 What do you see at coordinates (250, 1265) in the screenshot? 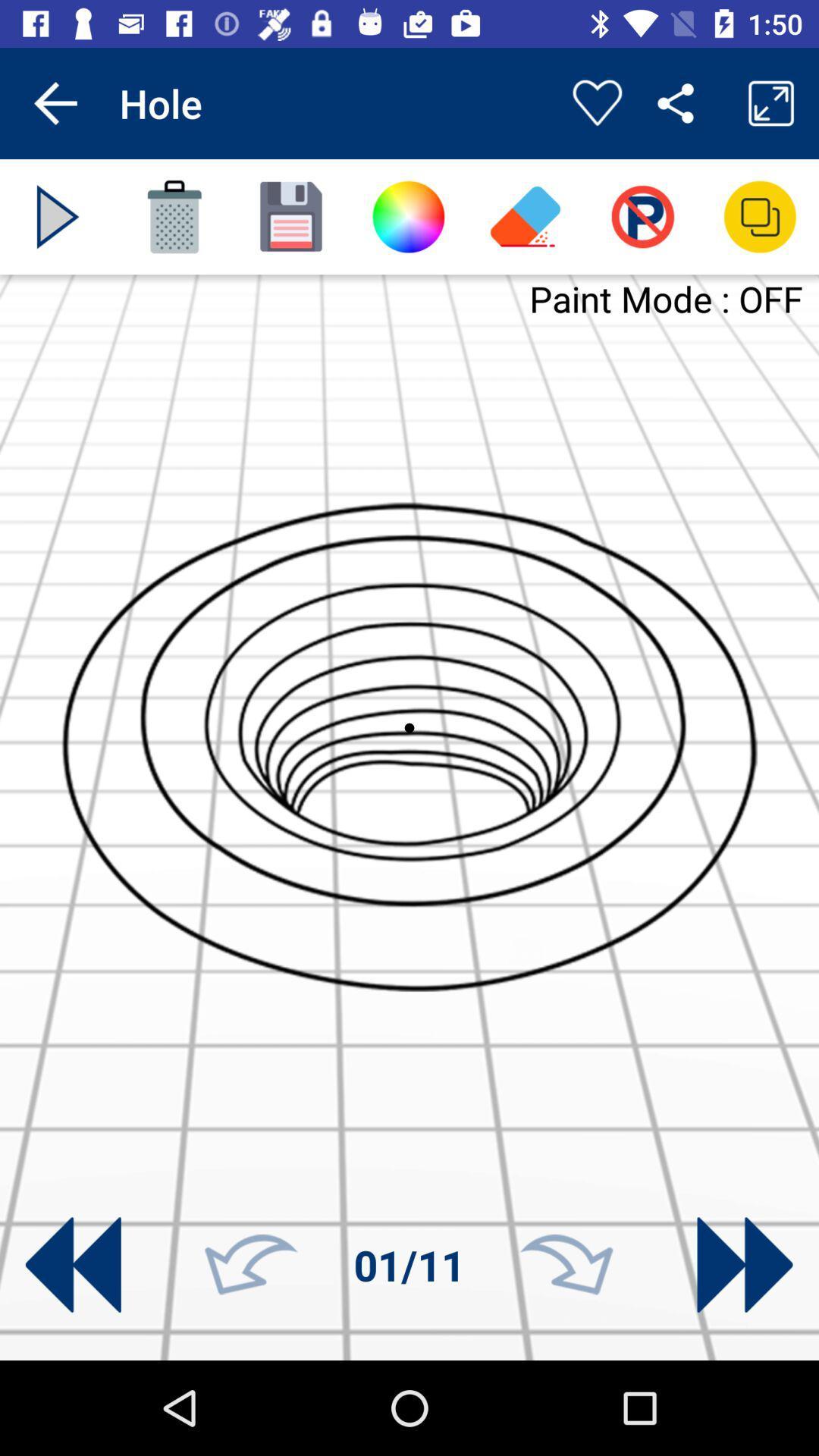
I see `the undo icon` at bounding box center [250, 1265].